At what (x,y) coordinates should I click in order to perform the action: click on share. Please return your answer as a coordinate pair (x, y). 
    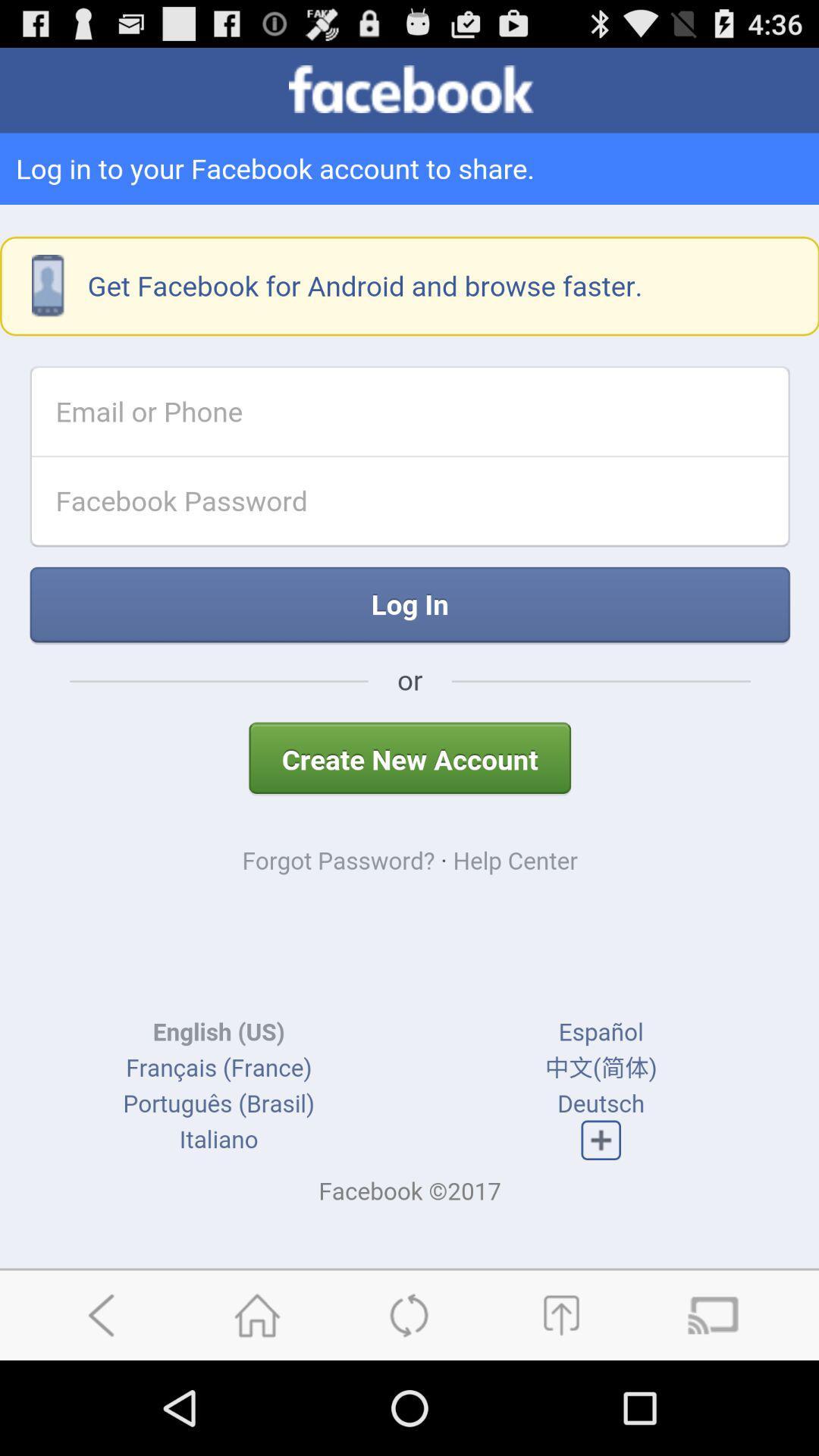
    Looking at the image, I should click on (560, 1314).